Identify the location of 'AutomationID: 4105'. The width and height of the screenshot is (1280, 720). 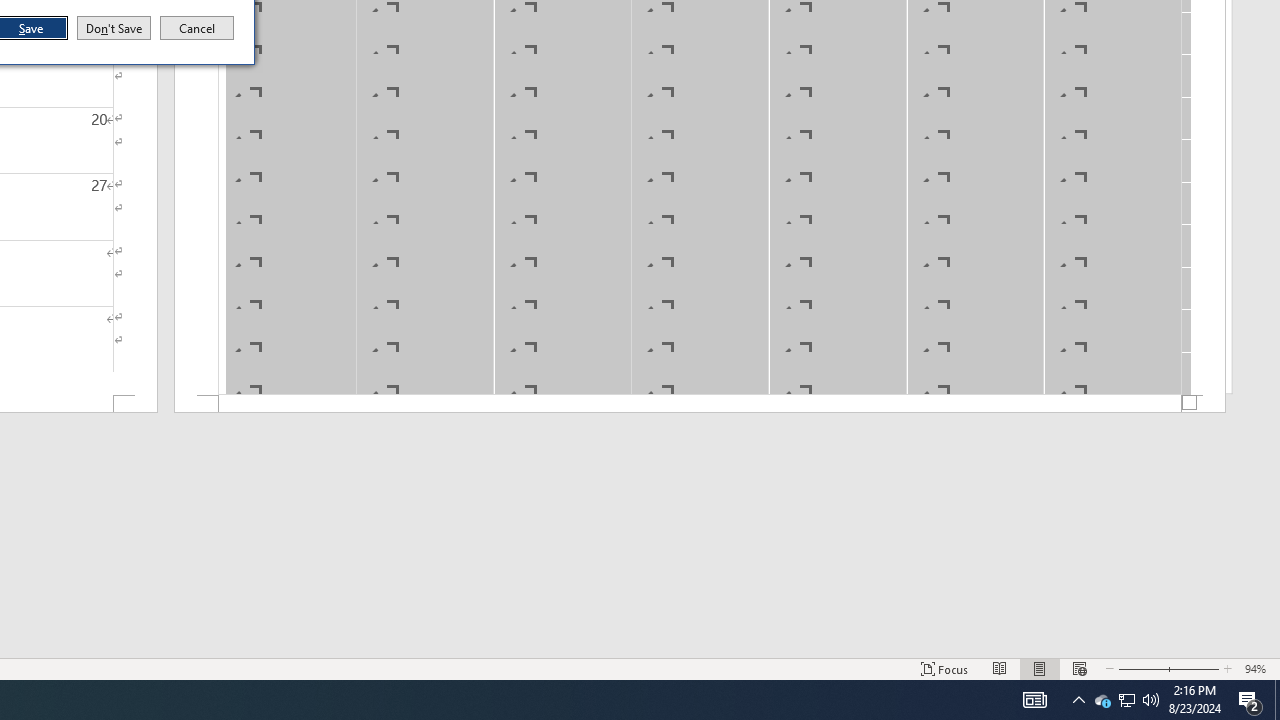
(1034, 698).